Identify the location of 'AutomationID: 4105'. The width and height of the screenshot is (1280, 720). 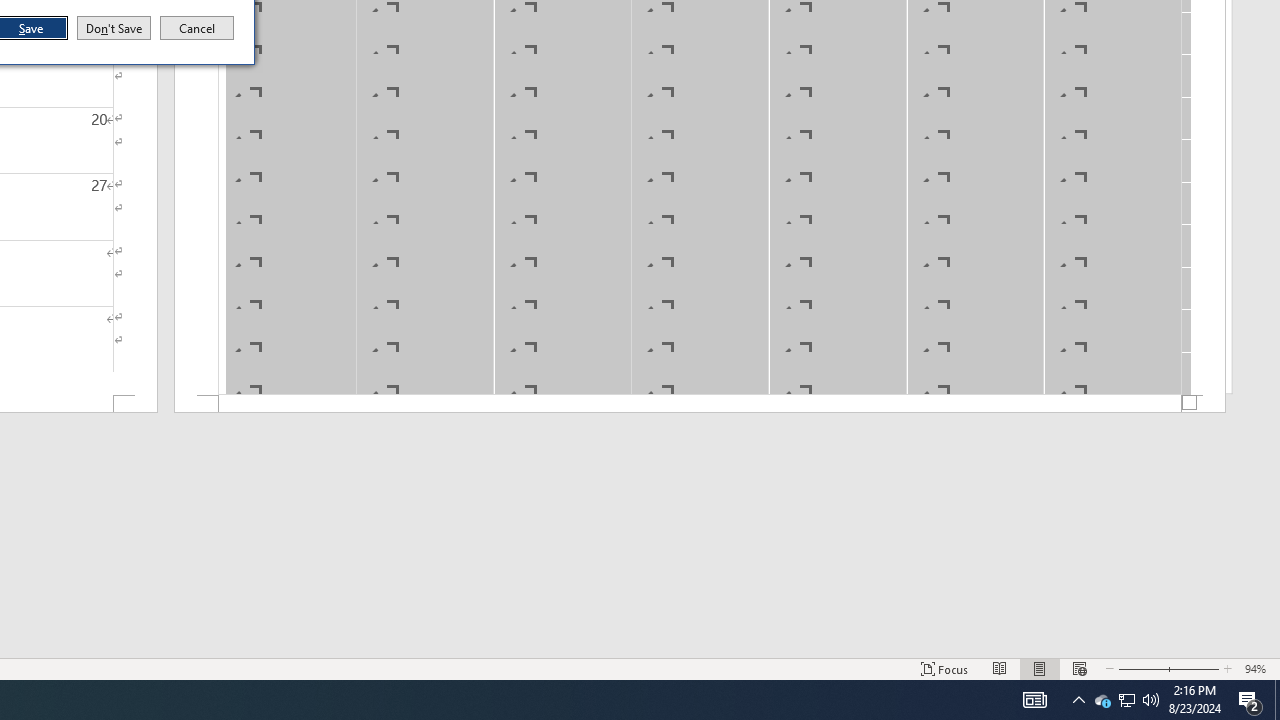
(1034, 698).